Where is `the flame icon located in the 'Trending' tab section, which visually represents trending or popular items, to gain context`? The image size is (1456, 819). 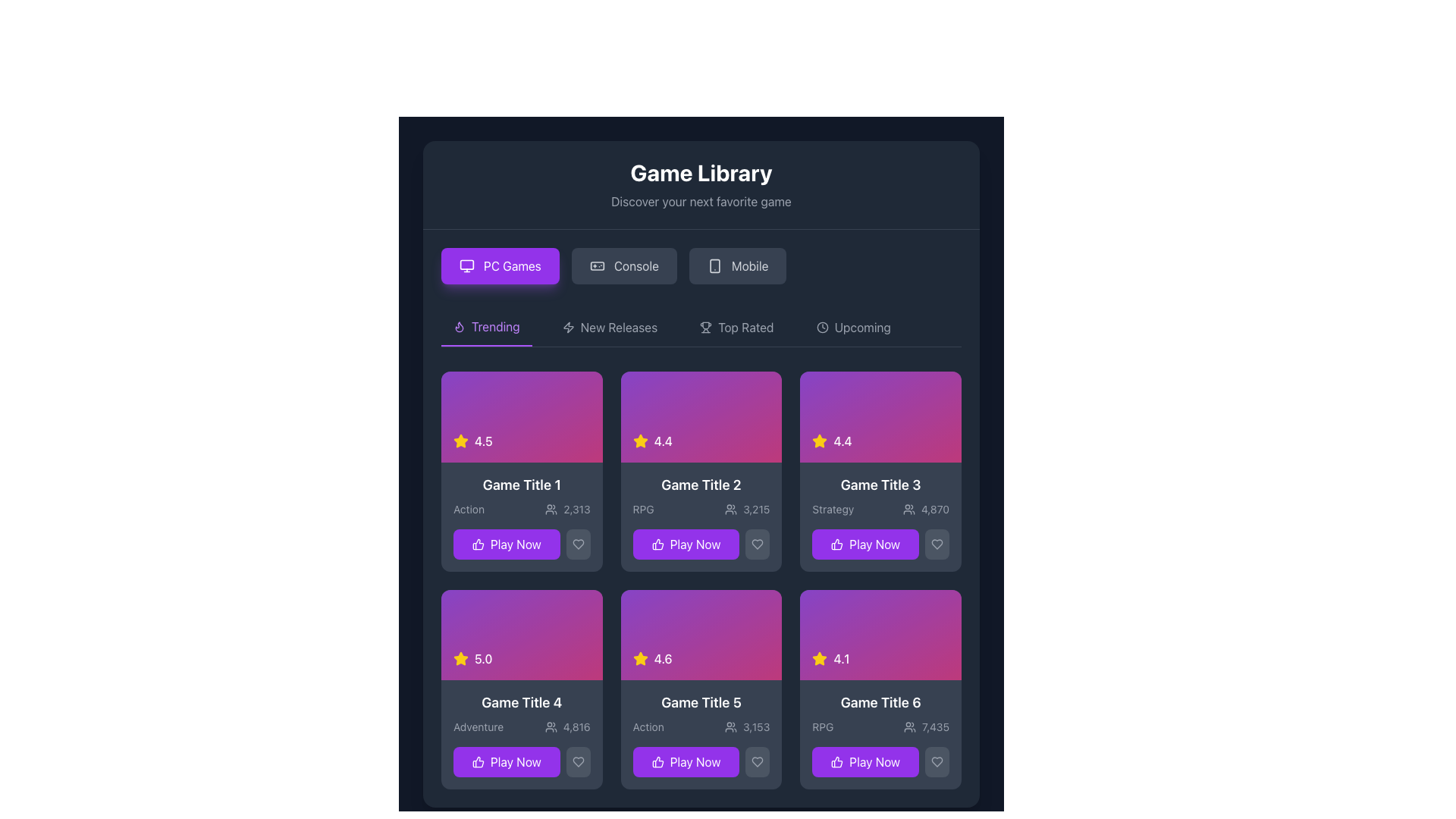
the flame icon located in the 'Trending' tab section, which visually represents trending or popular items, to gain context is located at coordinates (458, 326).